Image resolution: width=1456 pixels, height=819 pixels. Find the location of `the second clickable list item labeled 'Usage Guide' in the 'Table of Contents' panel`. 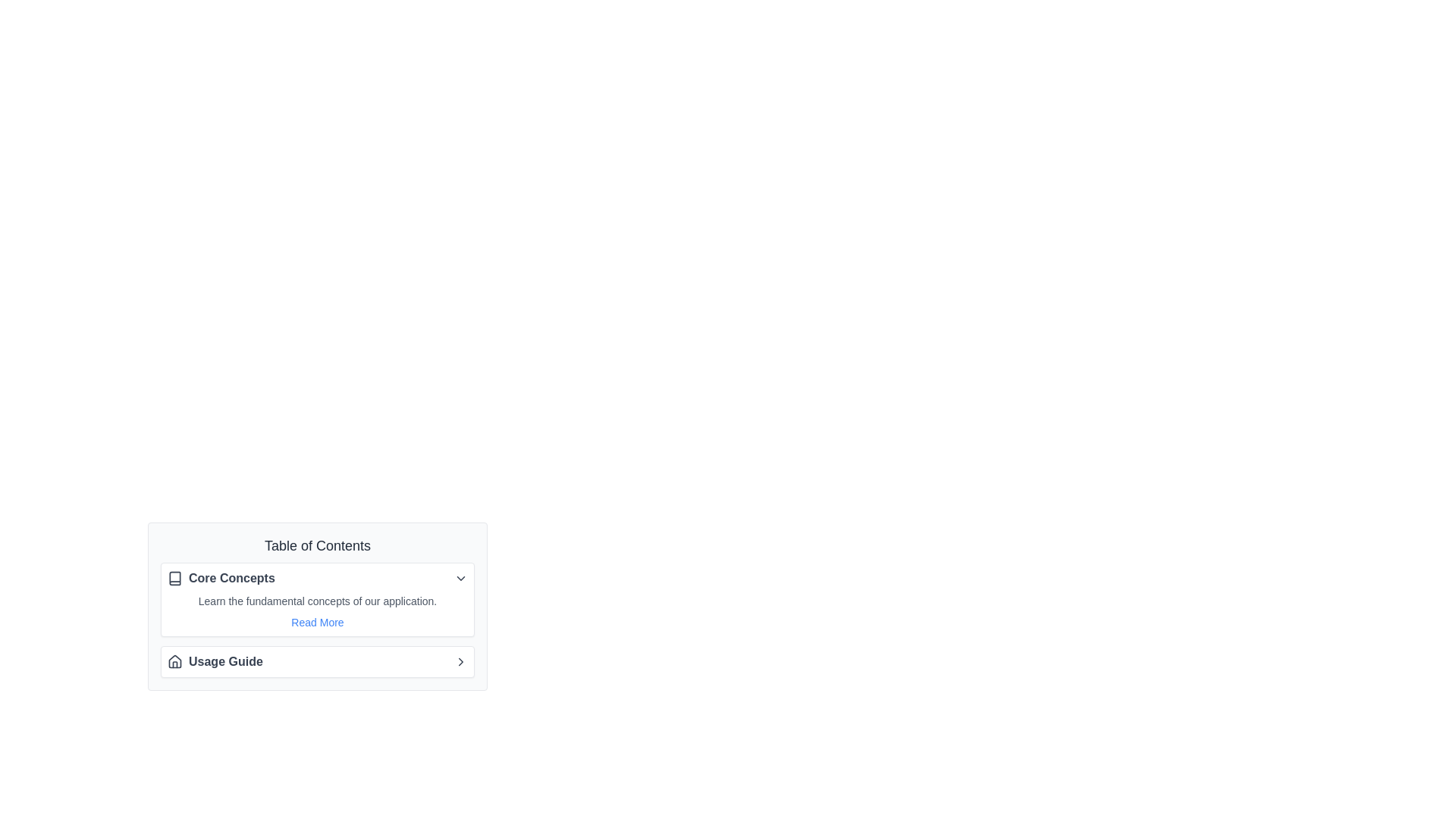

the second clickable list item labeled 'Usage Guide' in the 'Table of Contents' panel is located at coordinates (316, 661).